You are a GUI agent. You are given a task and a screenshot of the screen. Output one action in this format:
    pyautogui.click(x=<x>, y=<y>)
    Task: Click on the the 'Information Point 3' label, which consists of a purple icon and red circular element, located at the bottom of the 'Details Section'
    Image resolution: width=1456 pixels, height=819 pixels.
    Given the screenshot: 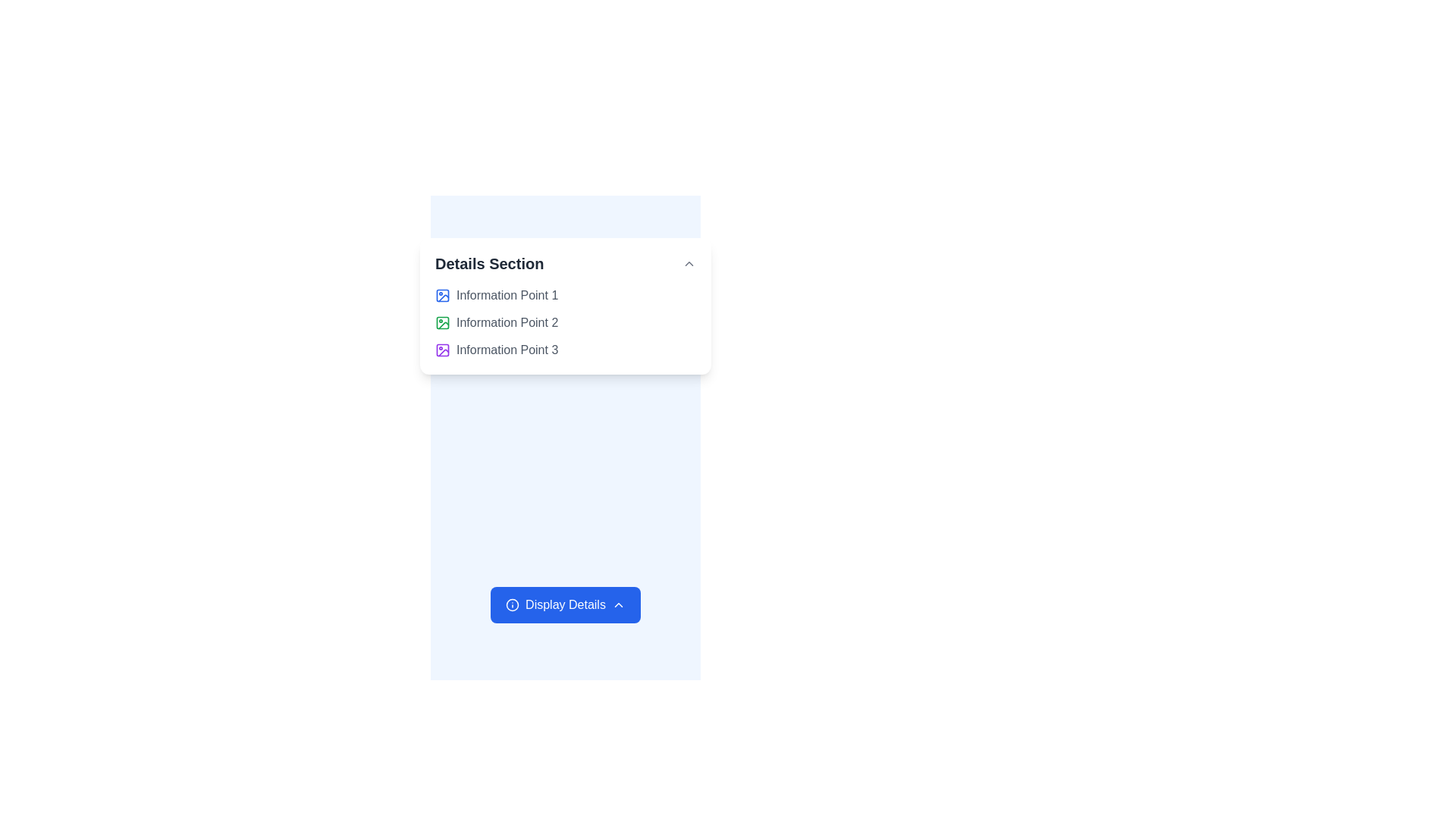 What is the action you would take?
    pyautogui.click(x=564, y=350)
    